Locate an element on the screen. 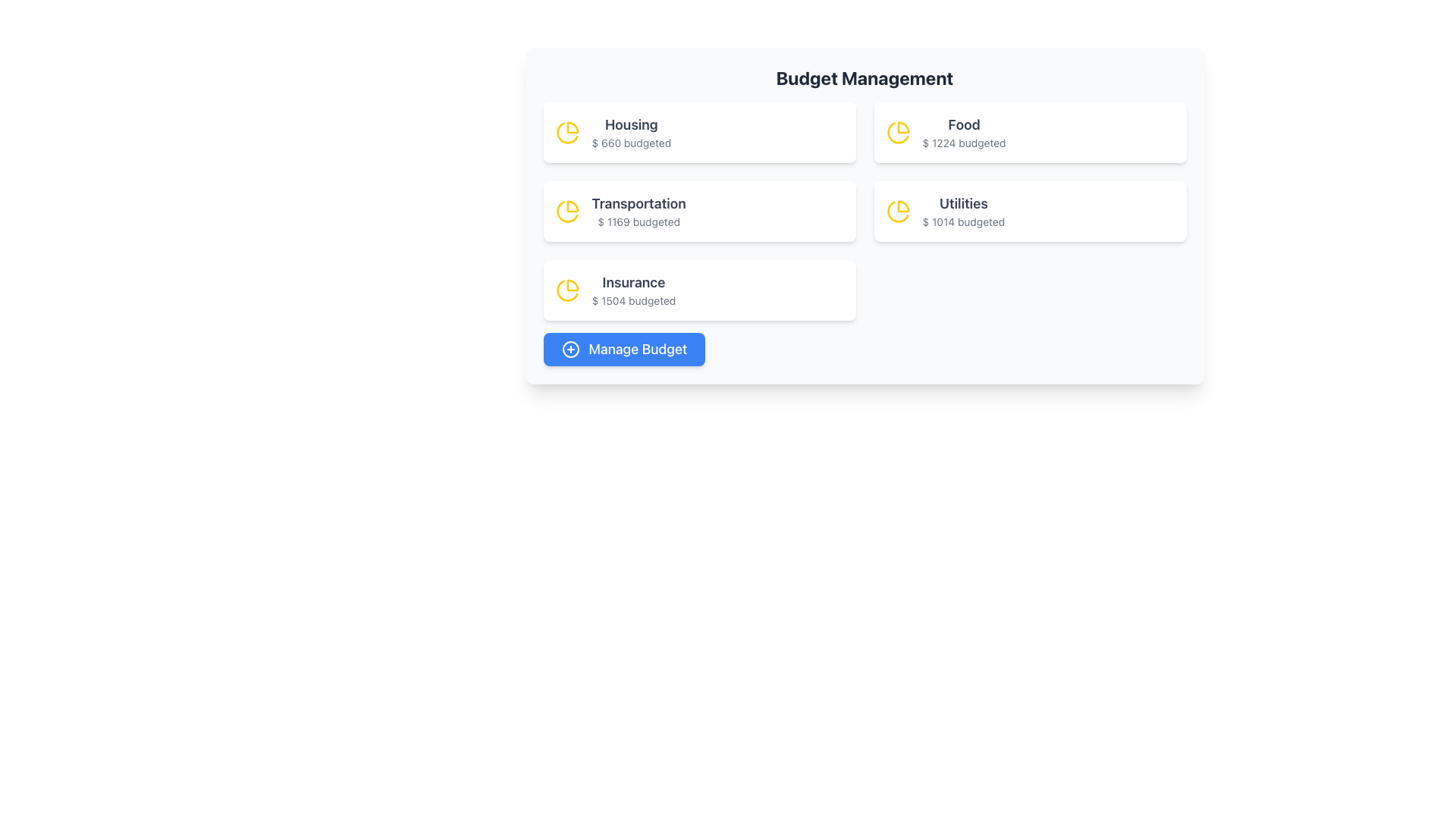 The height and width of the screenshot is (819, 1456). the Insurance budget card located is located at coordinates (698, 290).